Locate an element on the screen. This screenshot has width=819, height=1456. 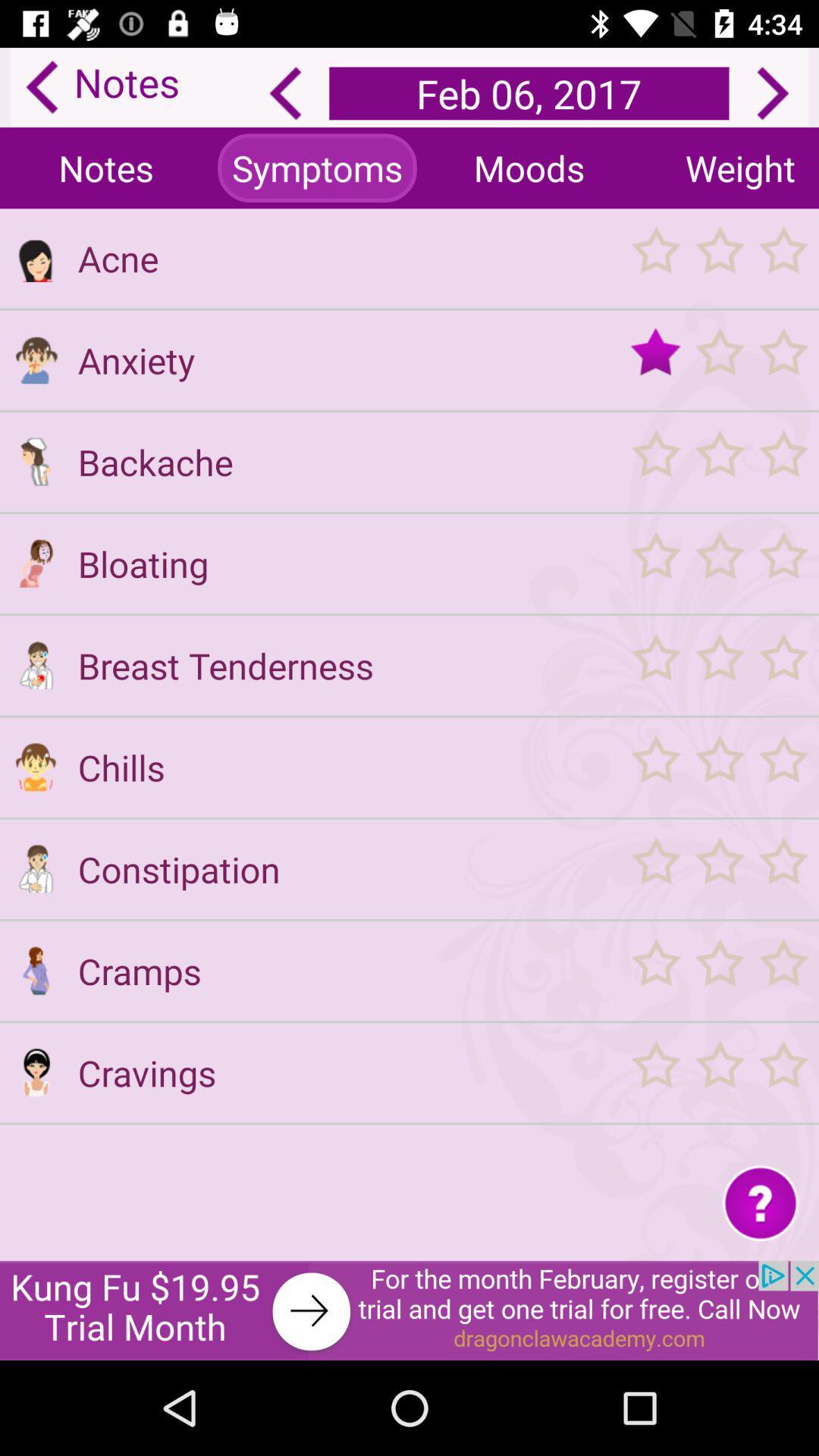
see symptoms for the chills is located at coordinates (35, 767).